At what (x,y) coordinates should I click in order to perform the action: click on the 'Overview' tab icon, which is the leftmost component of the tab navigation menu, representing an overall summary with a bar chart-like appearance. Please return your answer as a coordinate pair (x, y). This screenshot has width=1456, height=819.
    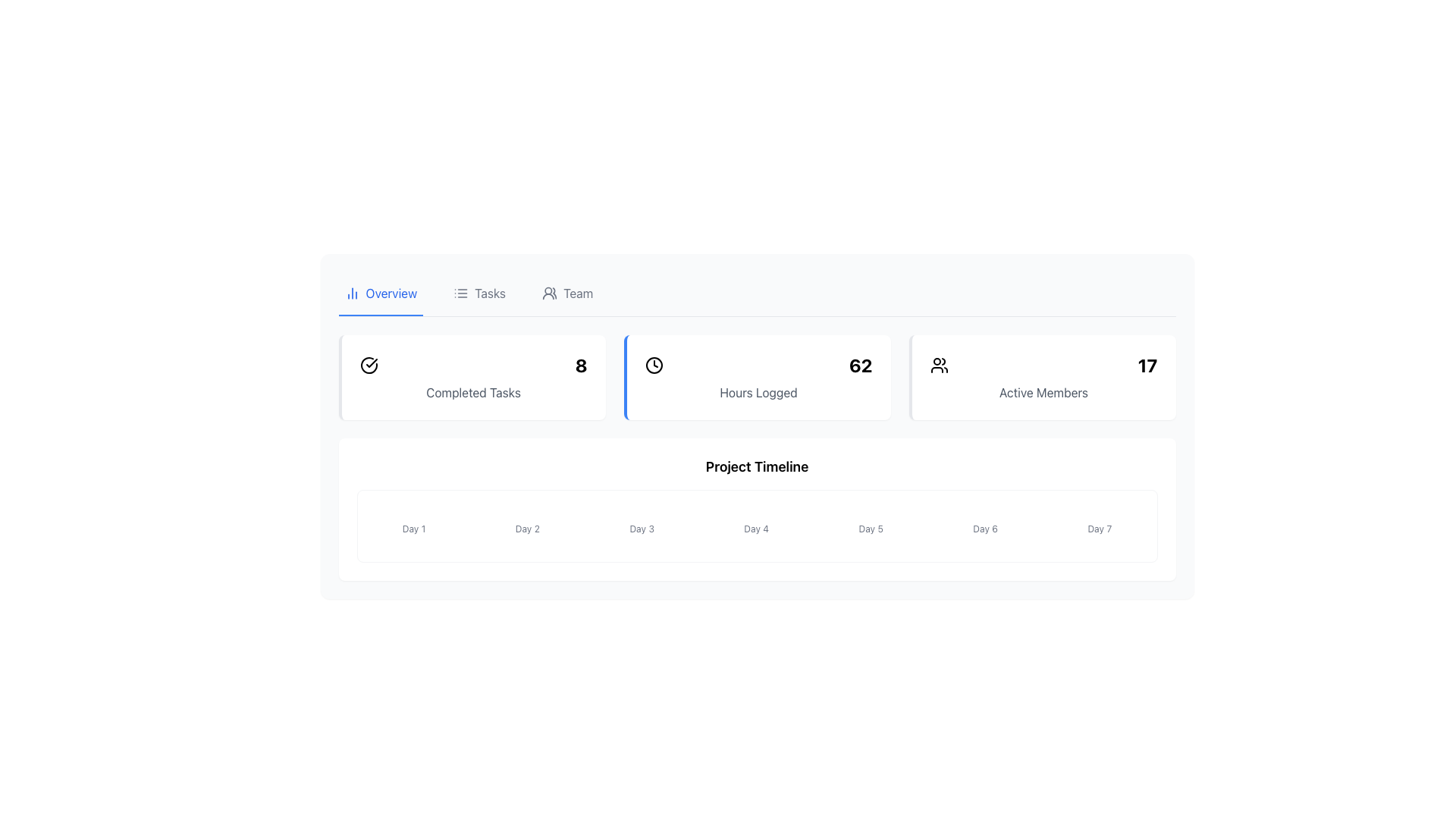
    Looking at the image, I should click on (351, 293).